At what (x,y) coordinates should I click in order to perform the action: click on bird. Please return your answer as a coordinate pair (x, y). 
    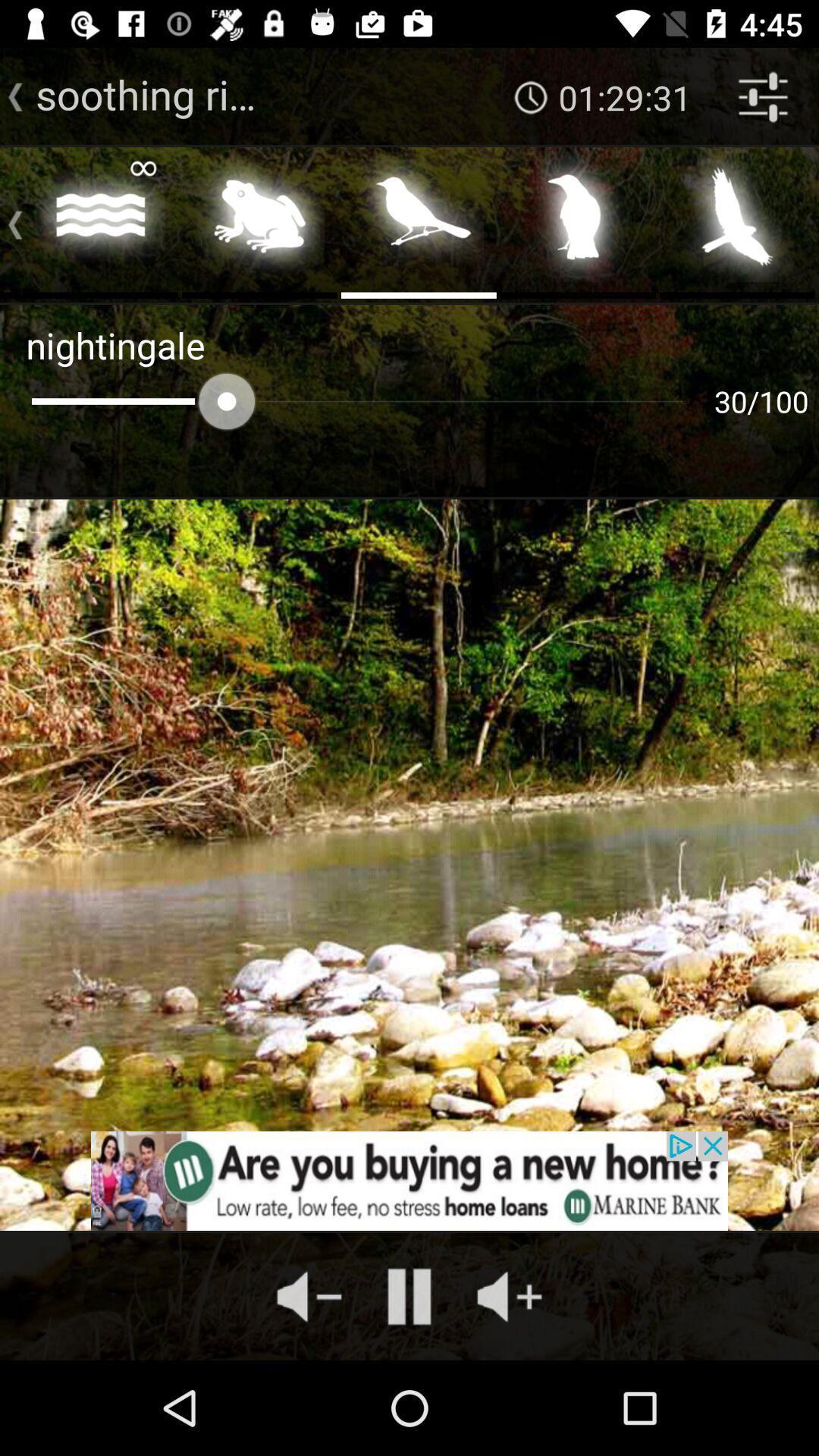
    Looking at the image, I should click on (578, 221).